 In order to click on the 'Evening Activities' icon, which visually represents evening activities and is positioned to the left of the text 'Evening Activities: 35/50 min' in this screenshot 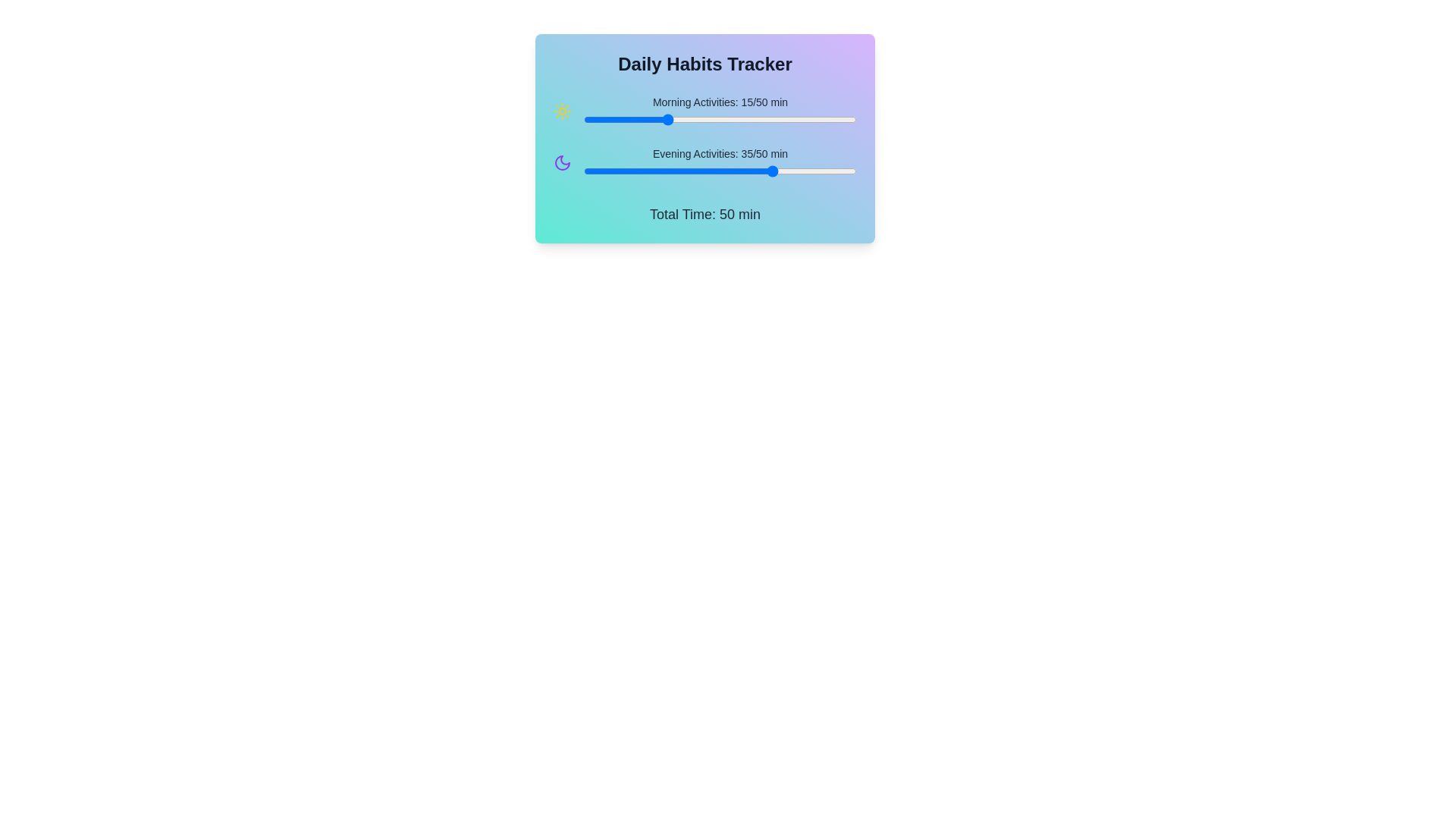, I will do `click(562, 163)`.